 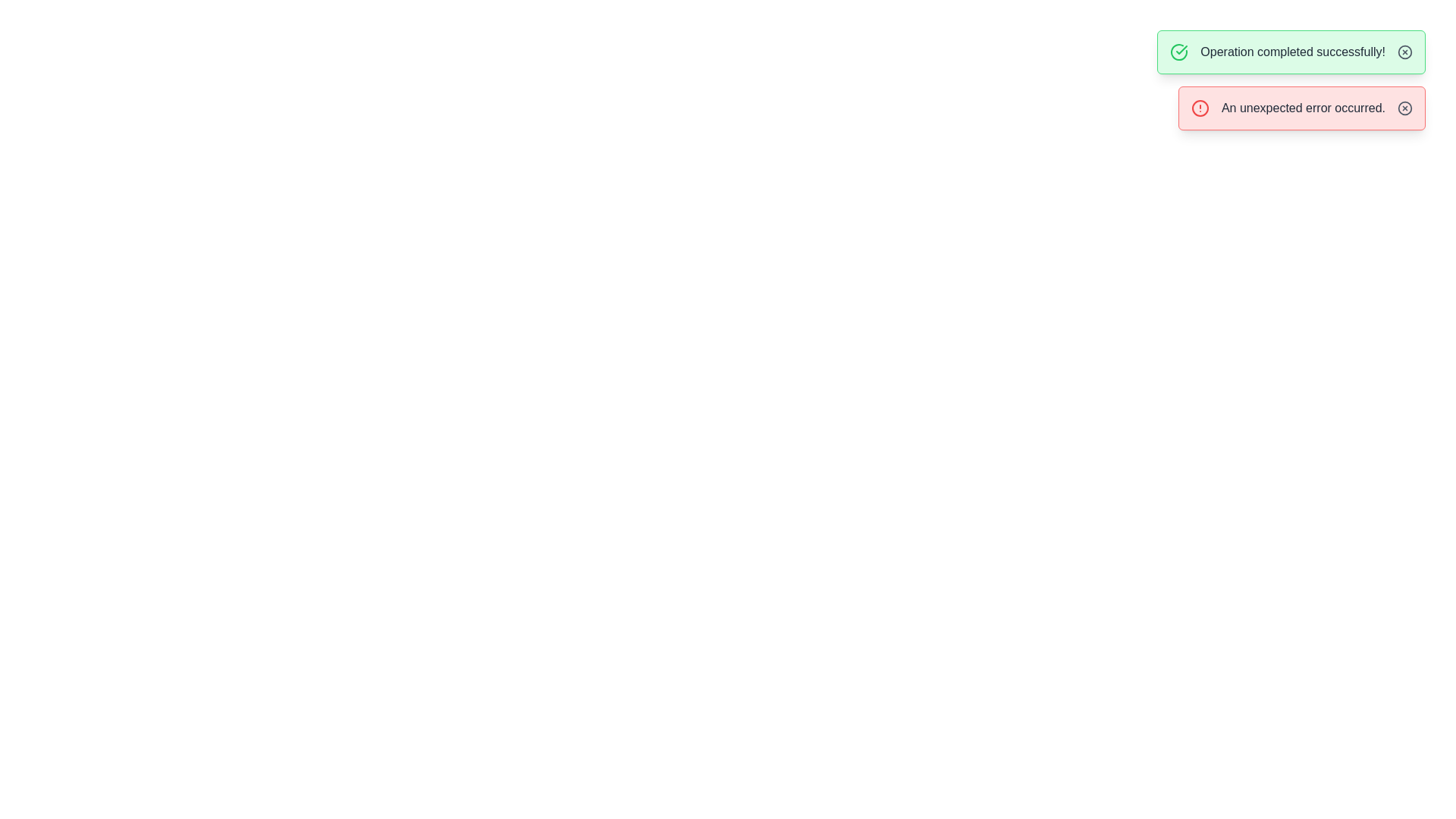 What do you see at coordinates (1404, 107) in the screenshot?
I see `the dismiss button located within the red rectangular notification box that says 'An unexpected error occurred.'` at bounding box center [1404, 107].